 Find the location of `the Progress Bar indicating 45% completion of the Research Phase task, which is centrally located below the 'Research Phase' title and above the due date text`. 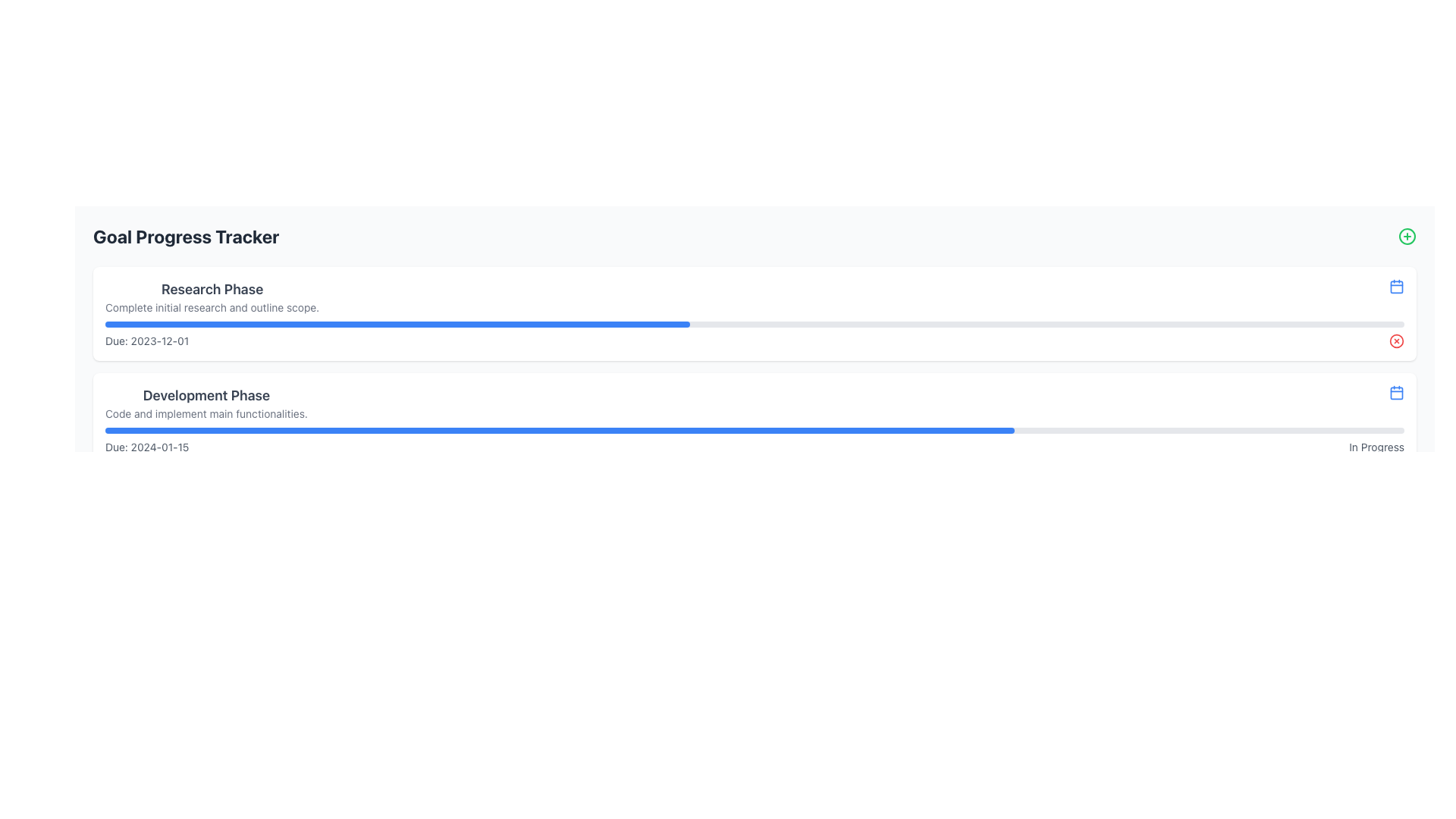

the Progress Bar indicating 45% completion of the Research Phase task, which is centrally located below the 'Research Phase' title and above the due date text is located at coordinates (755, 324).